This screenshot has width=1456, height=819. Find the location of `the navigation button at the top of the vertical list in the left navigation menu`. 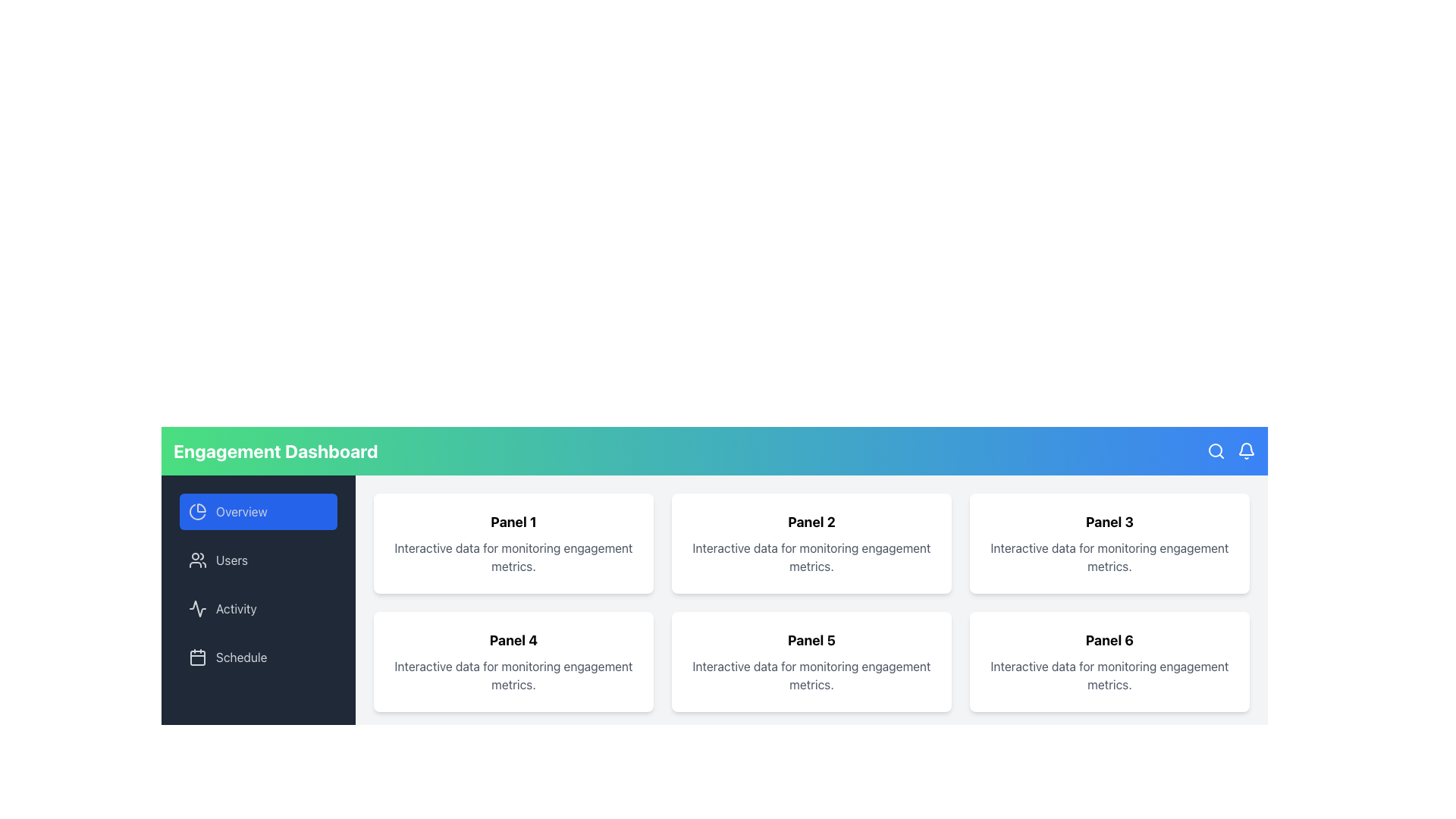

the navigation button at the top of the vertical list in the left navigation menu is located at coordinates (258, 512).